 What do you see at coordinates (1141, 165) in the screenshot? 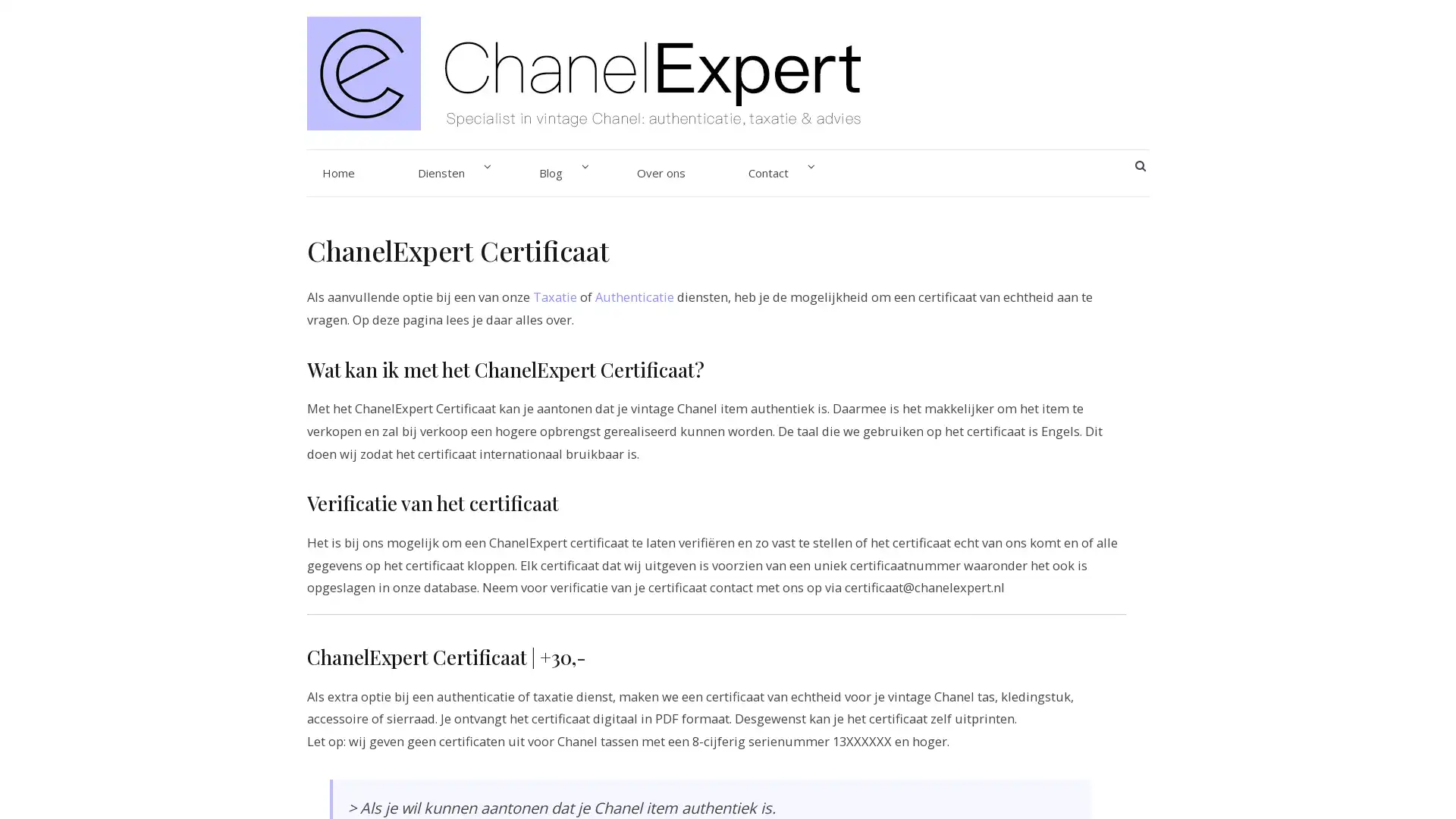
I see `SEARCH BUTTON` at bounding box center [1141, 165].